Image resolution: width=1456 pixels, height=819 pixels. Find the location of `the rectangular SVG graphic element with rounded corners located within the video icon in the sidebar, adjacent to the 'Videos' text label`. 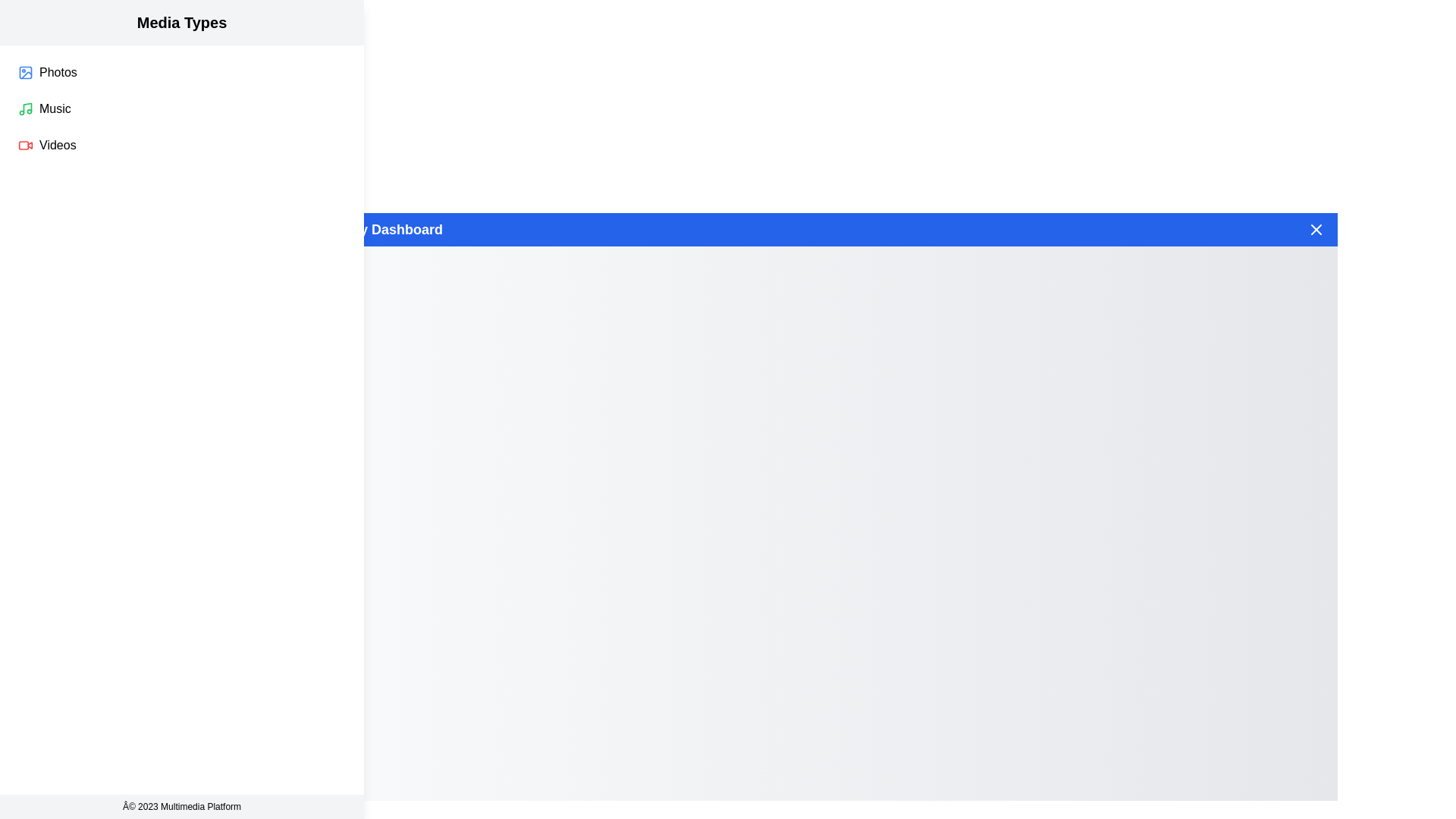

the rectangular SVG graphic element with rounded corners located within the video icon in the sidebar, adjacent to the 'Videos' text label is located at coordinates (24, 146).